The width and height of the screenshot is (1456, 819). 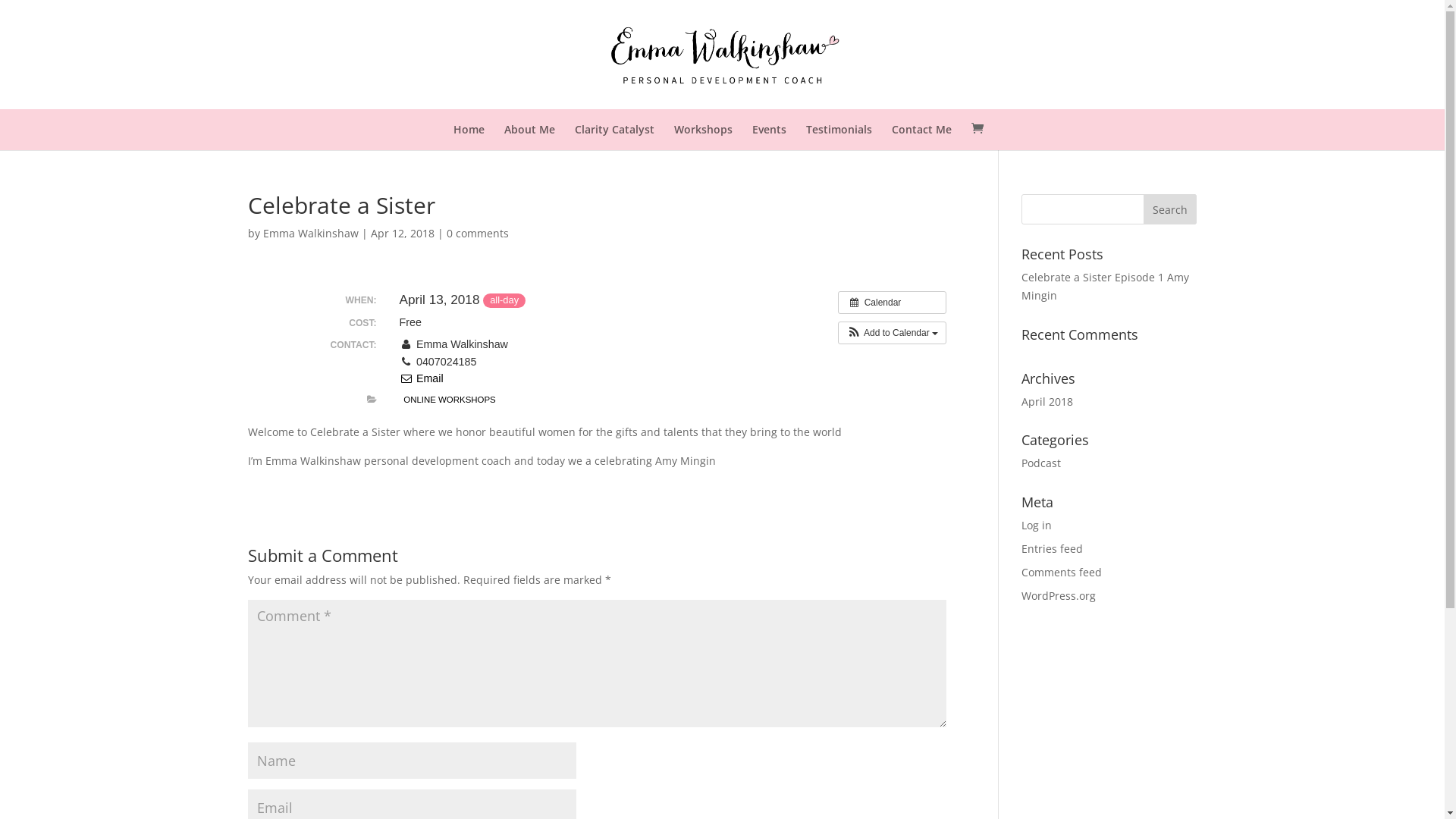 What do you see at coordinates (1058, 595) in the screenshot?
I see `'WordPress.org'` at bounding box center [1058, 595].